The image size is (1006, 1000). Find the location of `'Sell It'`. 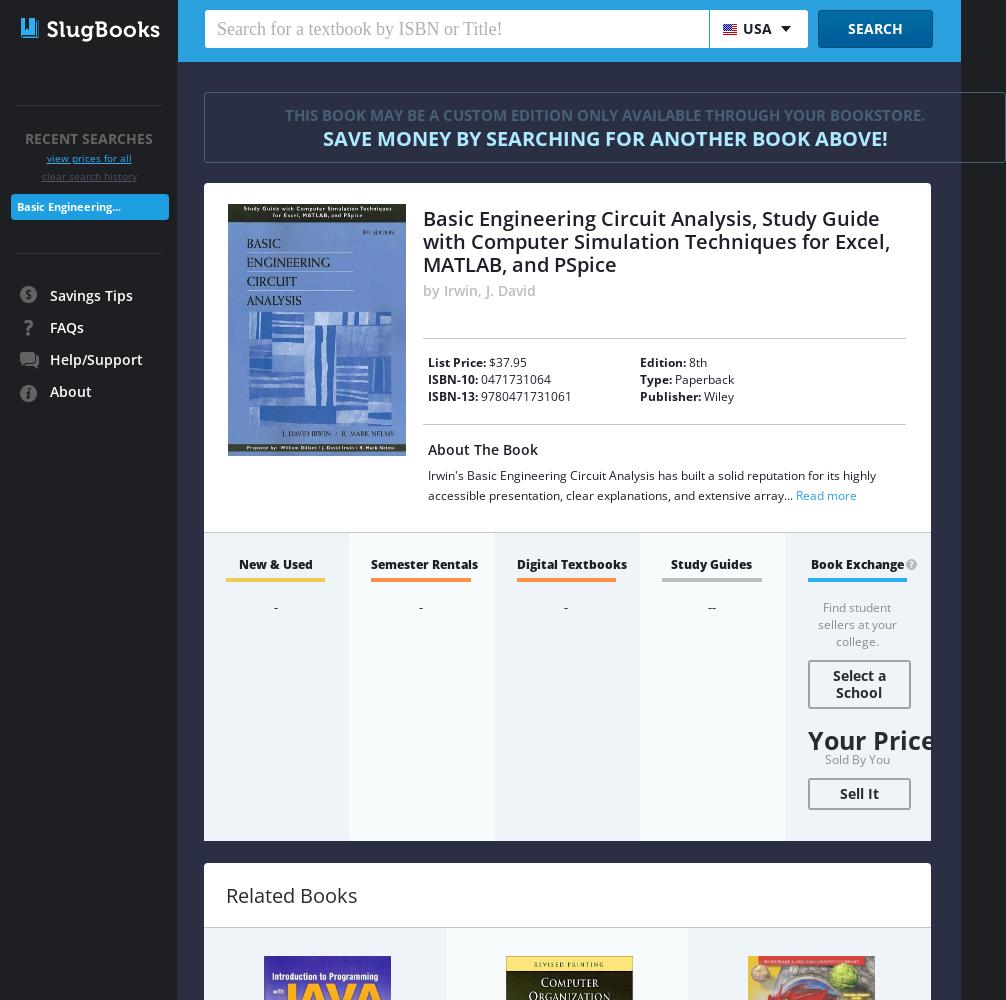

'Sell It' is located at coordinates (857, 793).